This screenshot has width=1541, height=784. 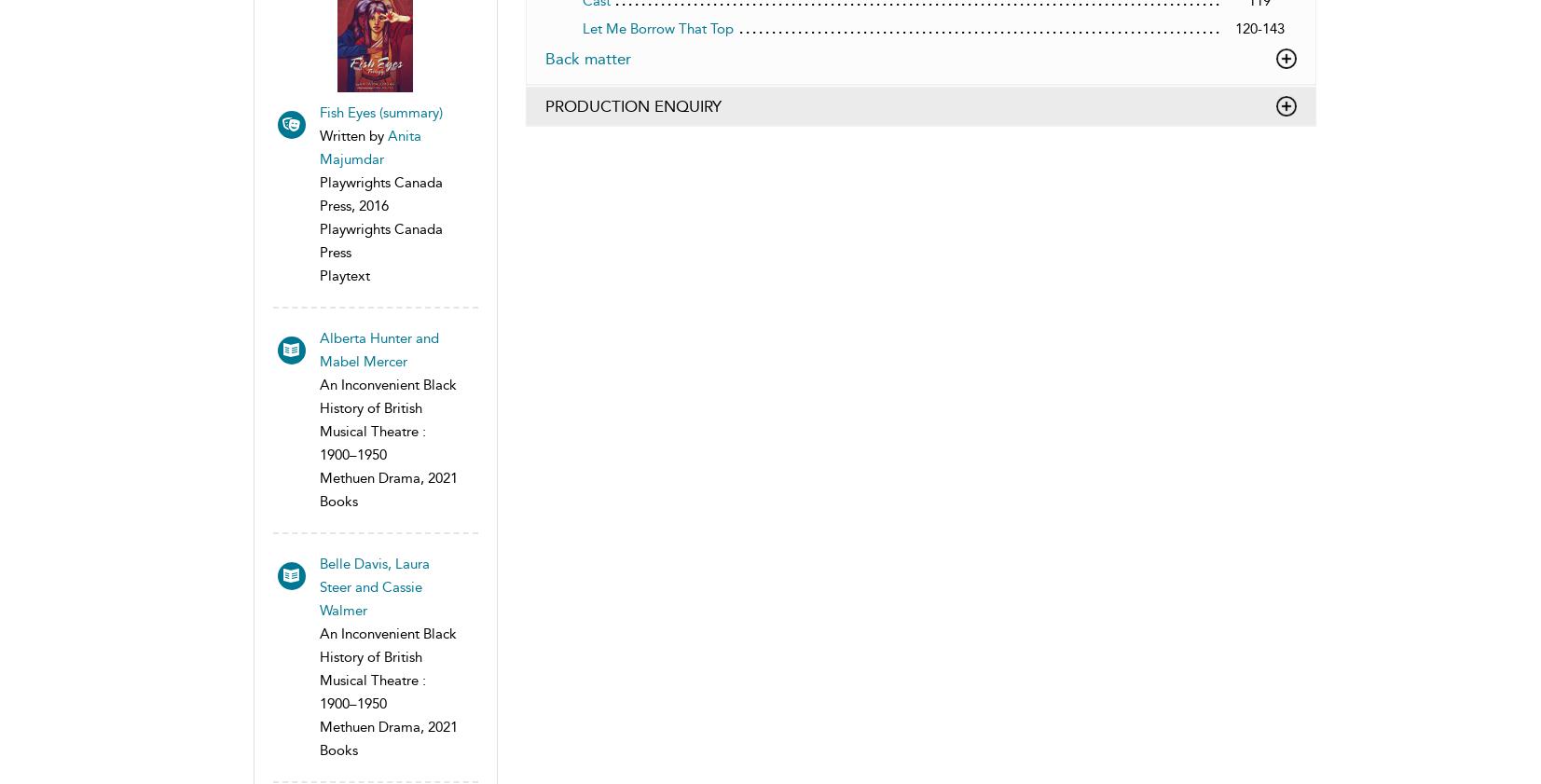 What do you see at coordinates (1259, 28) in the screenshot?
I see `'120-143'` at bounding box center [1259, 28].